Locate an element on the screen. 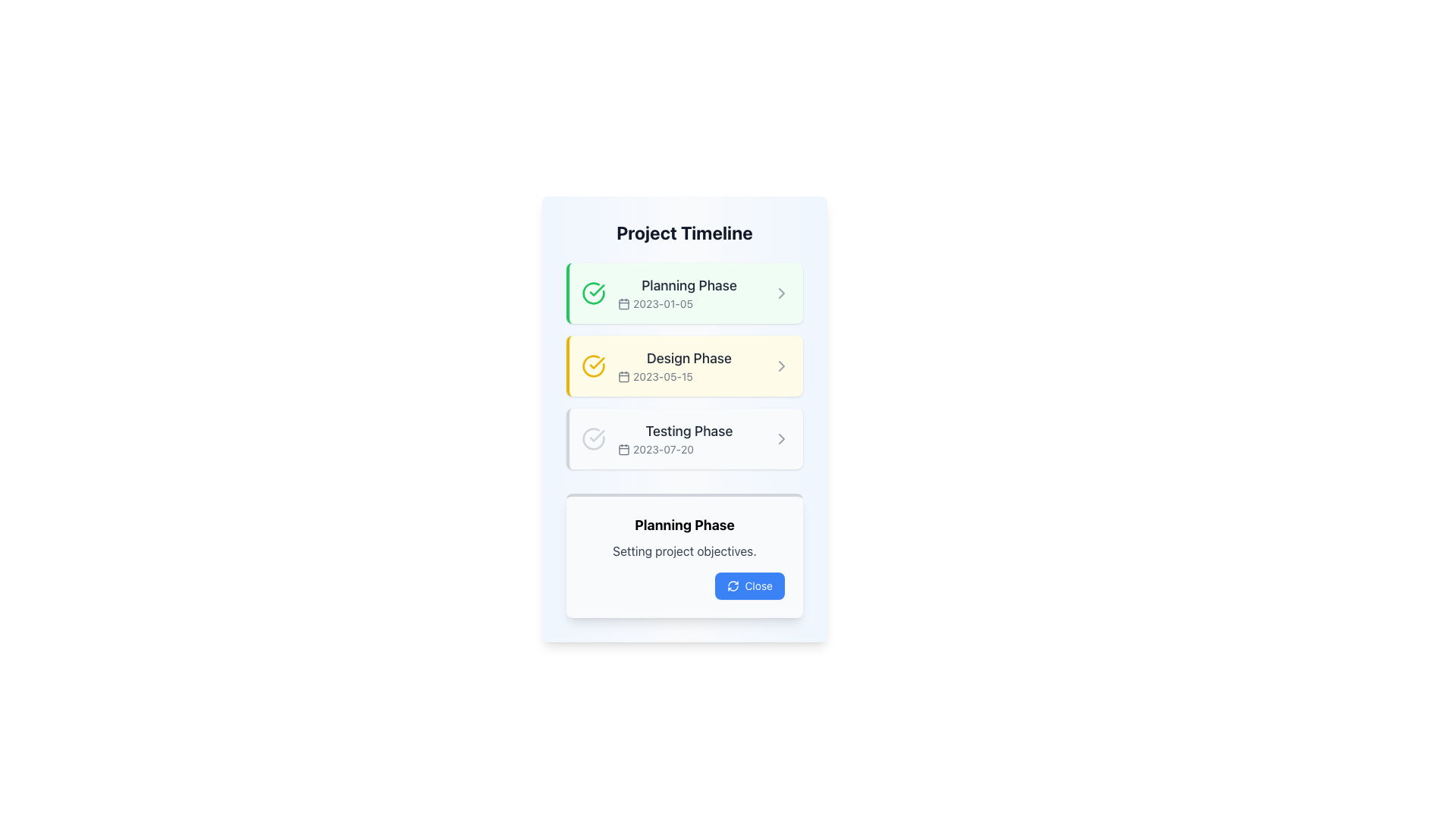 The height and width of the screenshot is (819, 1456). the Chevron Indicator located in the 'Testing Phase' card is located at coordinates (782, 438).